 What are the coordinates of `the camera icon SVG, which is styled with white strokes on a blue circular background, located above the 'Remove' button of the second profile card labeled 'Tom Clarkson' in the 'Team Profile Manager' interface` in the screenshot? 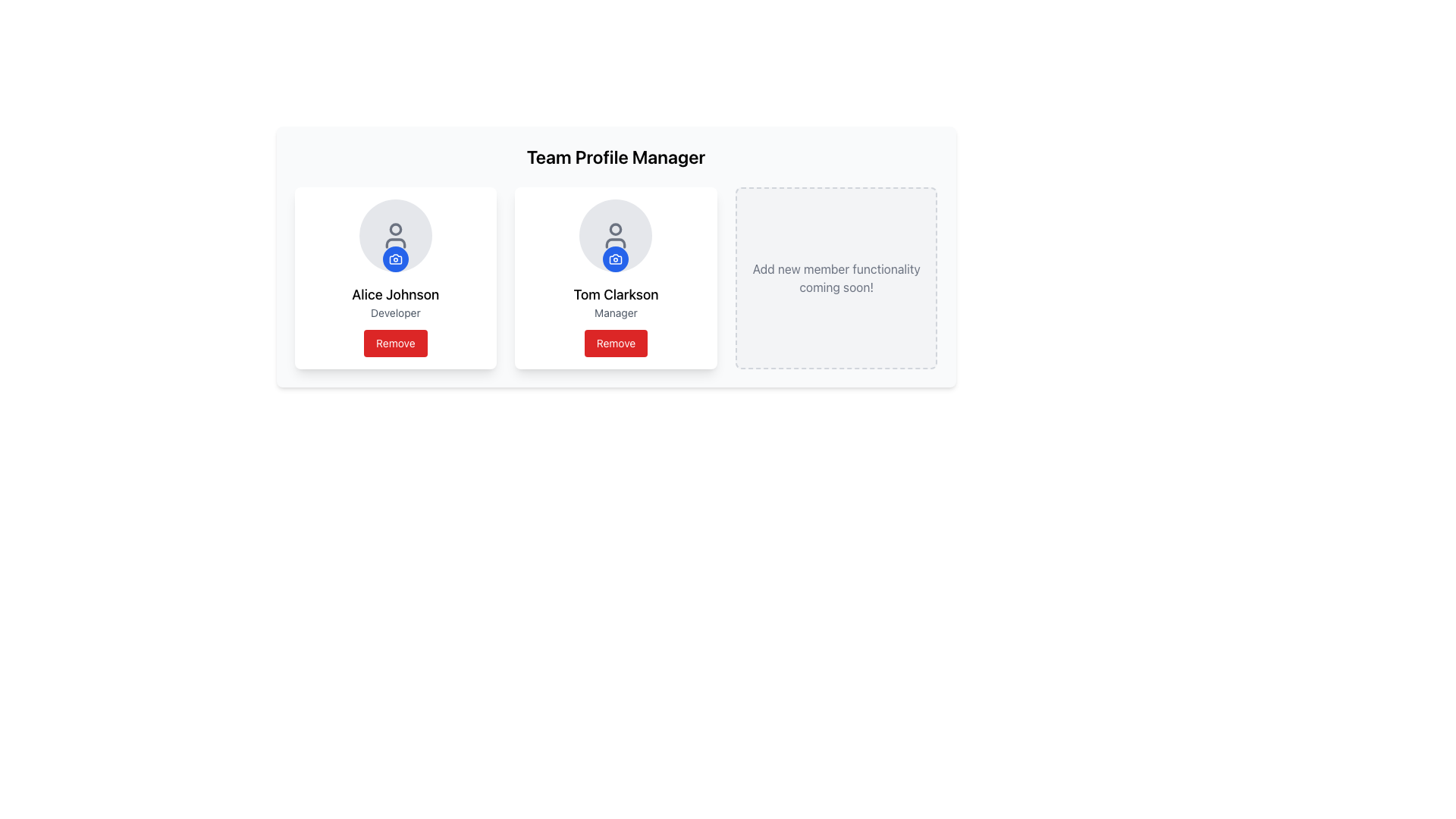 It's located at (616, 259).